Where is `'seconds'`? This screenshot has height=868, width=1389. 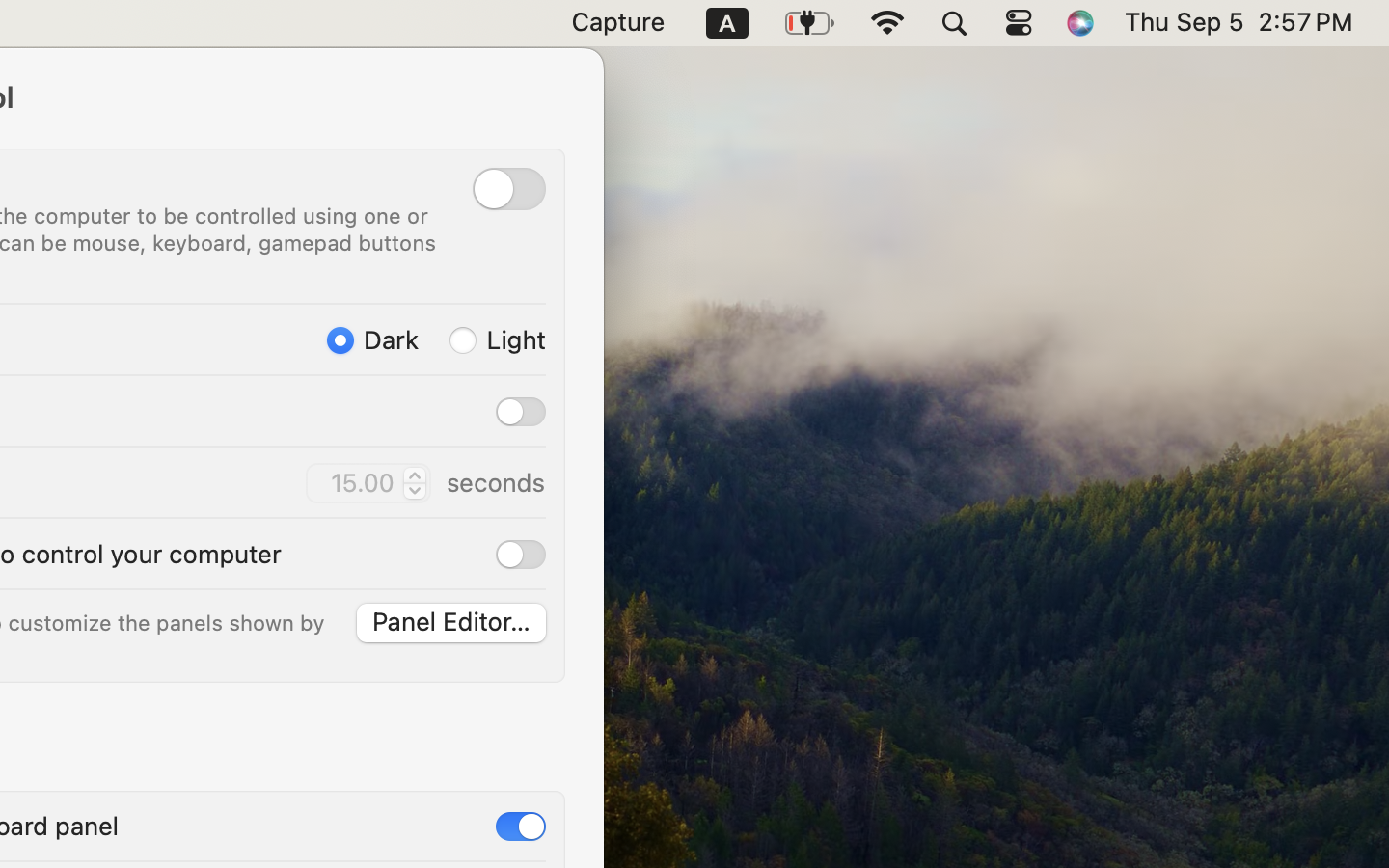
'seconds' is located at coordinates (494, 481).